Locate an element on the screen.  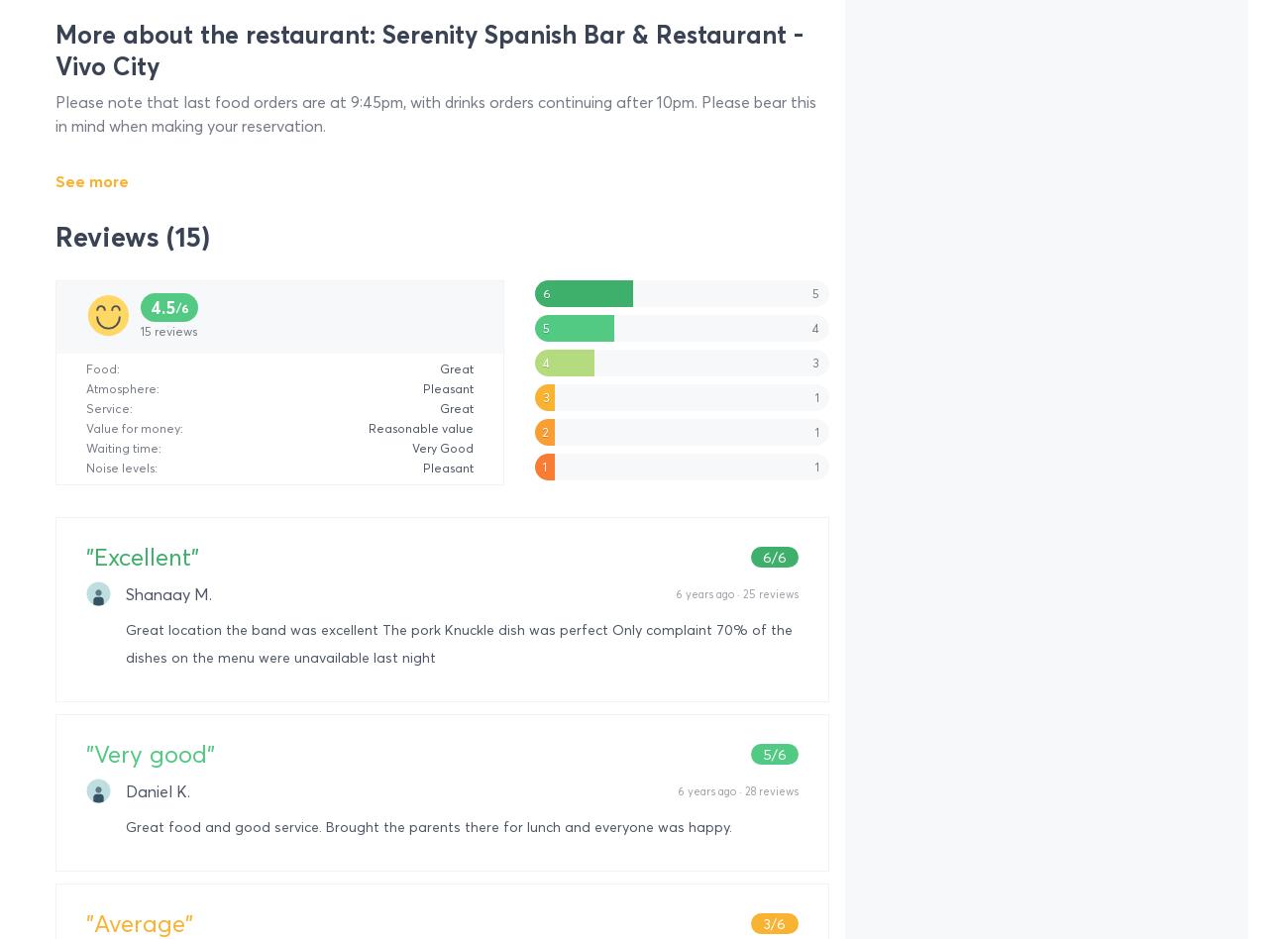
'Service' is located at coordinates (107, 407).